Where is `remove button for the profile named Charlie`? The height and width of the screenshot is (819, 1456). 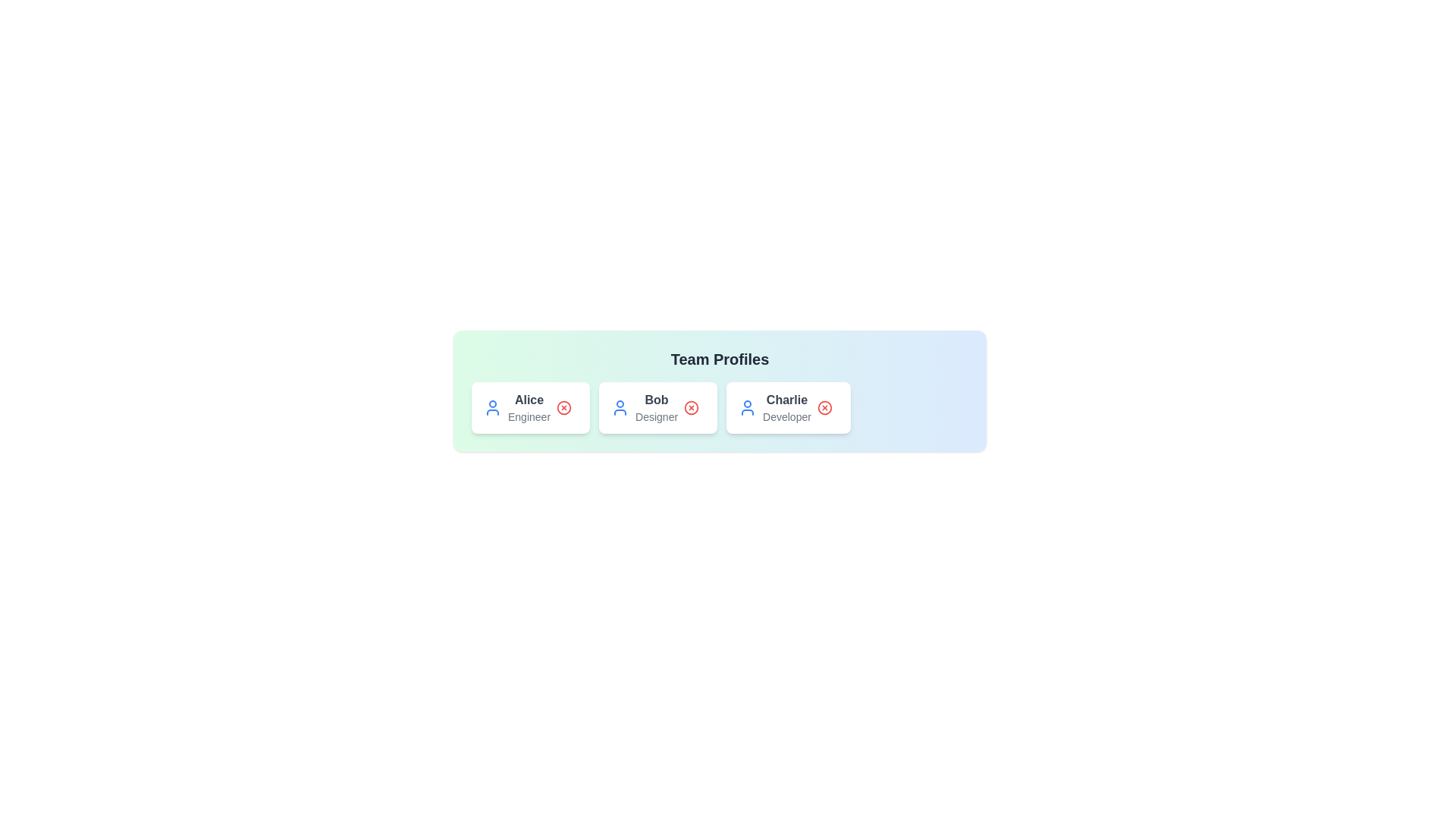
remove button for the profile named Charlie is located at coordinates (824, 406).